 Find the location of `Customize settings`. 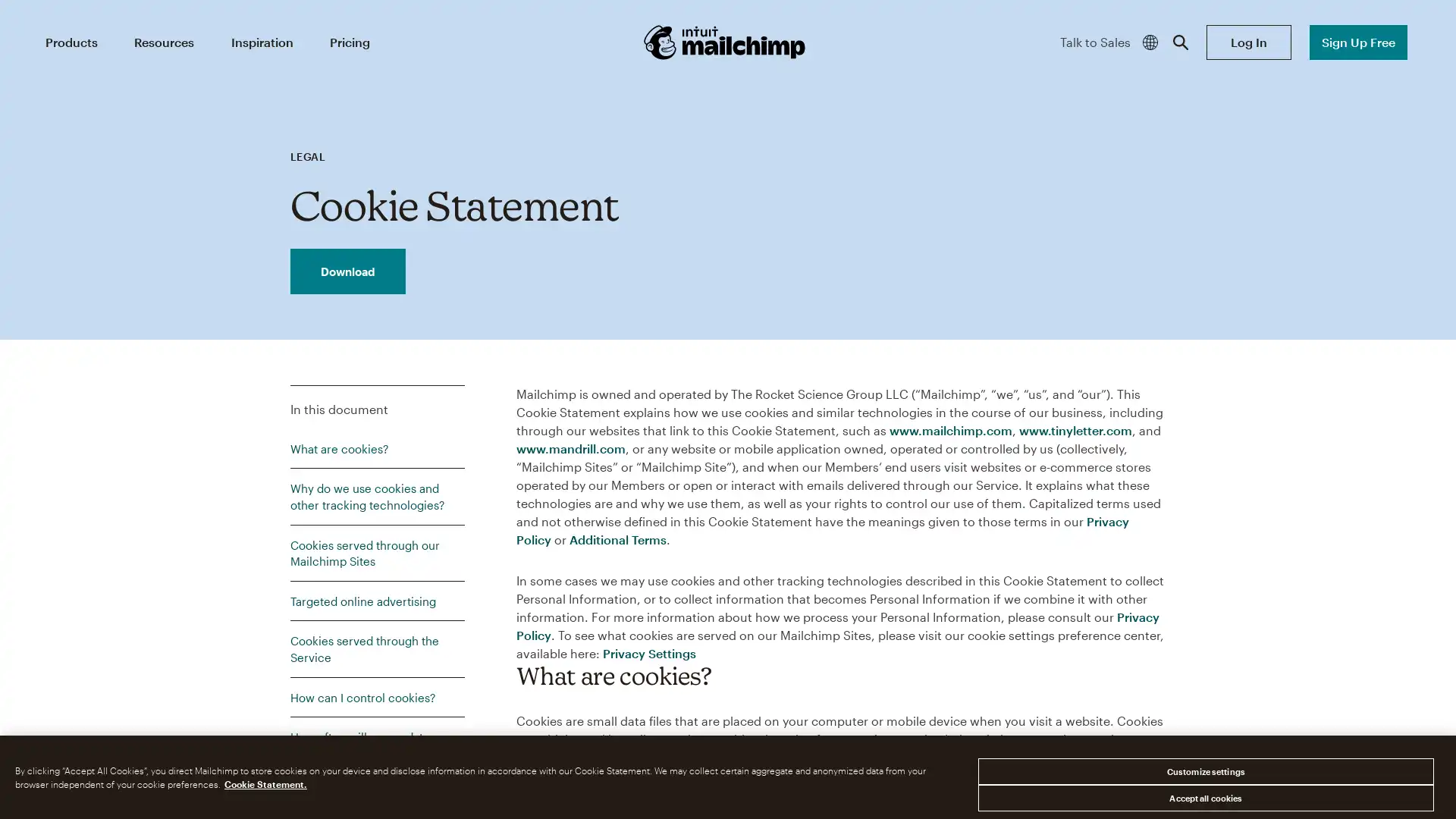

Customize settings is located at coordinates (1204, 771).